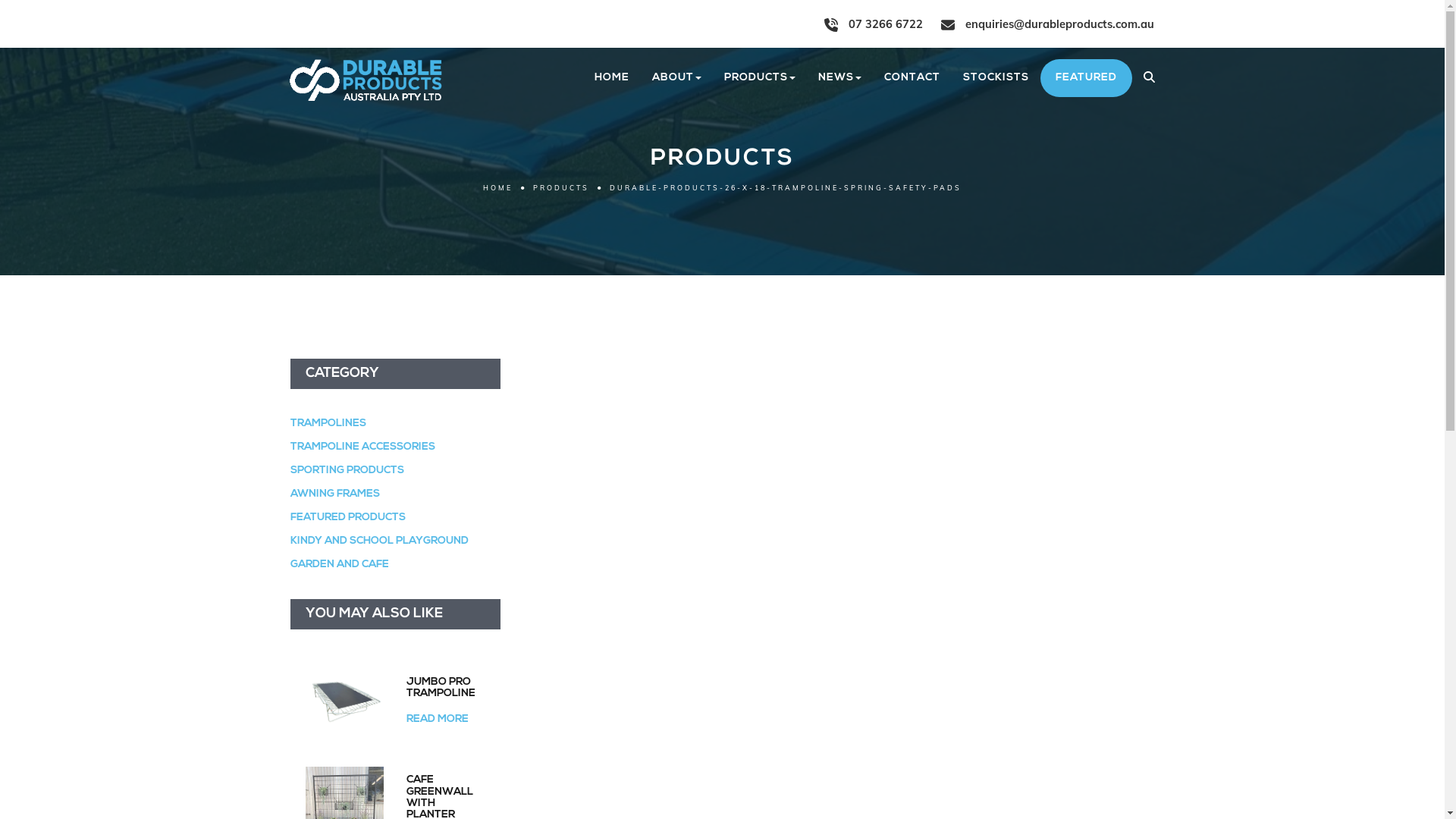 This screenshot has width=1456, height=819. What do you see at coordinates (361, 446) in the screenshot?
I see `'TRAMPOLINE ACCESSORIES'` at bounding box center [361, 446].